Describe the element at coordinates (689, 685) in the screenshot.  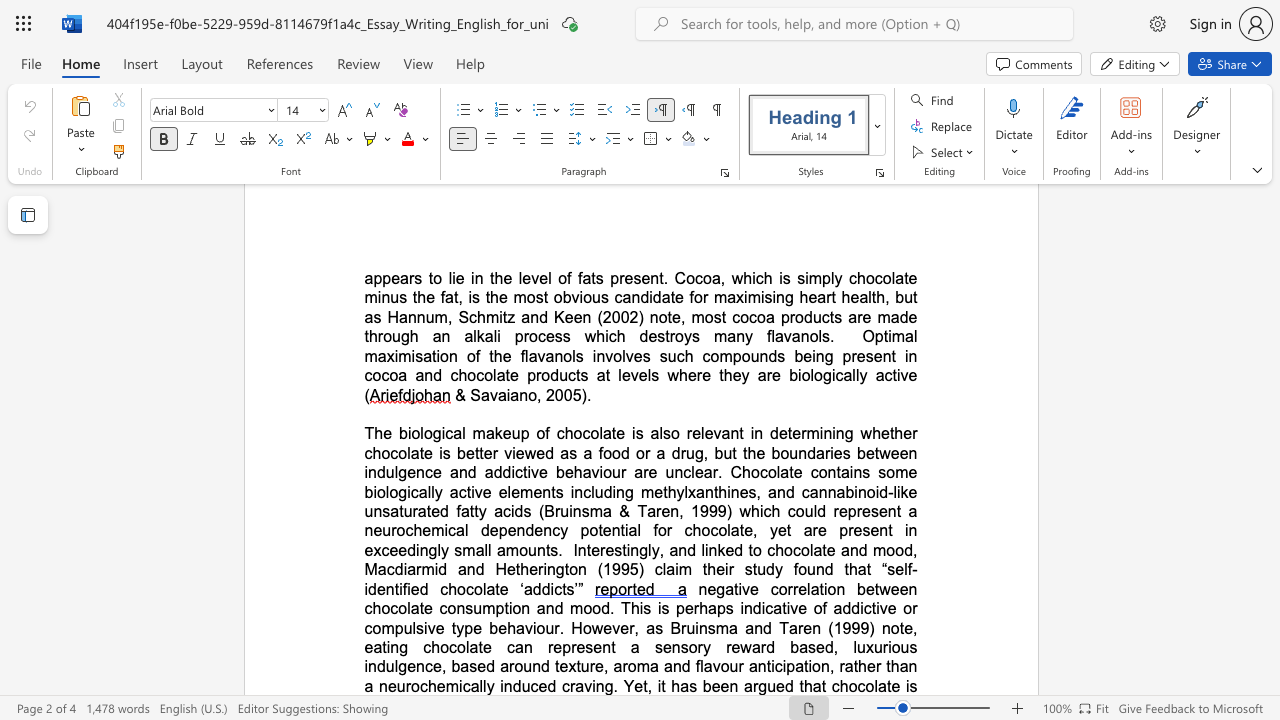
I see `the subset text "s been argued that" within the text "and flavour anticipation, rather than a neurochemically induced craving. Yet, it has been argued that chocolate"` at that location.